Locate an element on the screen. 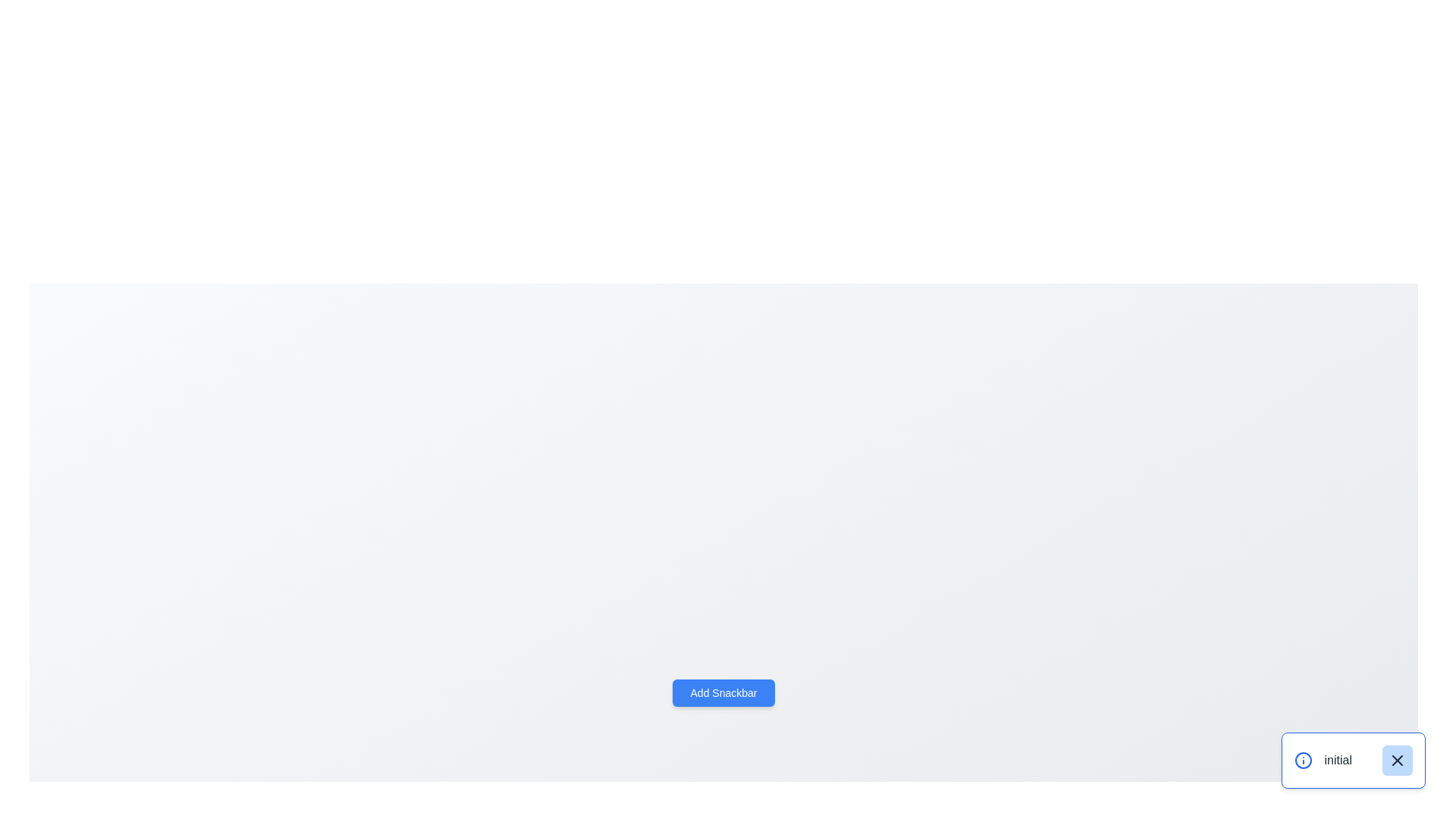  the close button icon located in the bottom-right corner of the user interface is located at coordinates (1397, 760).